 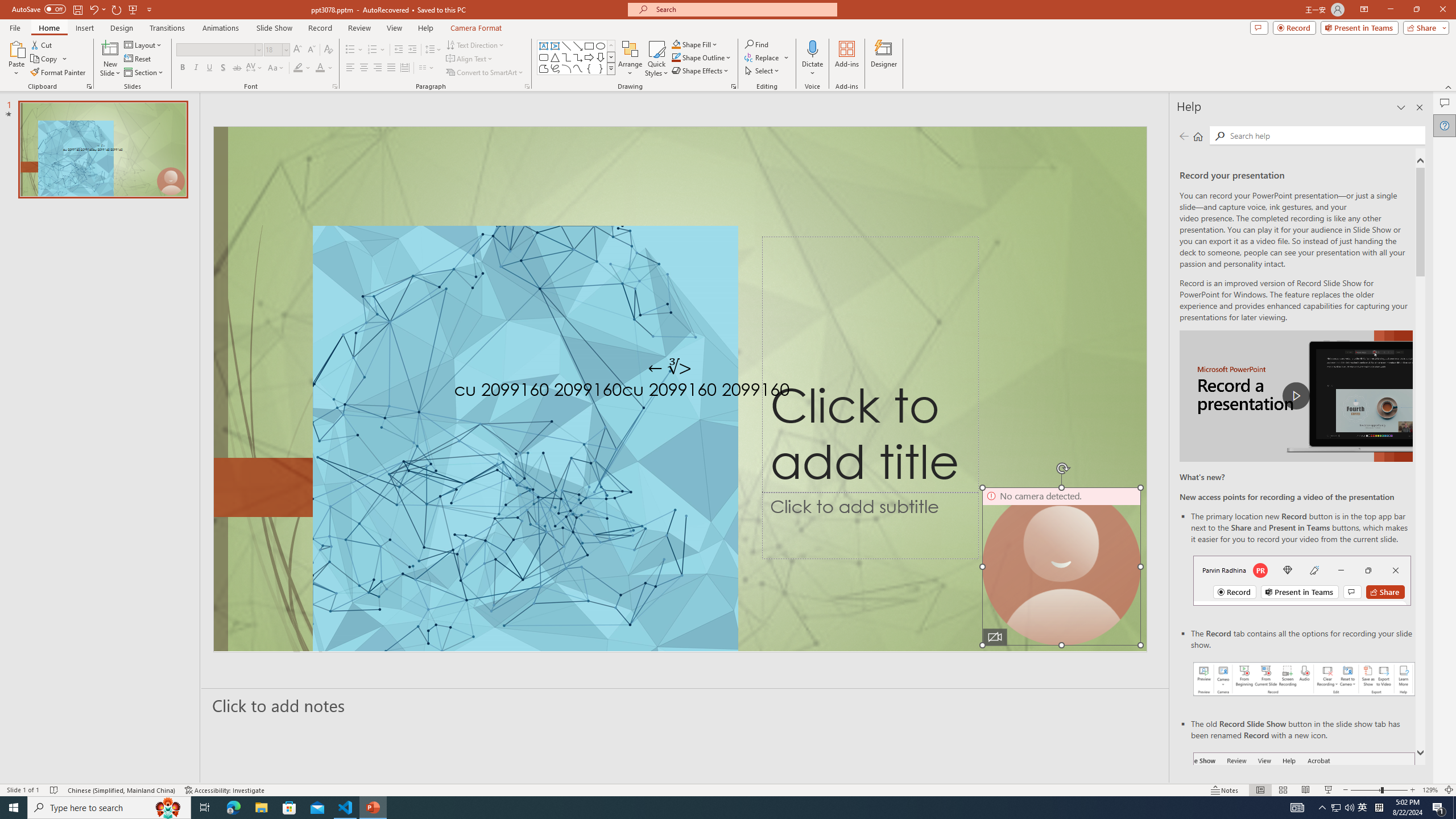 I want to click on 'Shapes', so click(x=611, y=68).